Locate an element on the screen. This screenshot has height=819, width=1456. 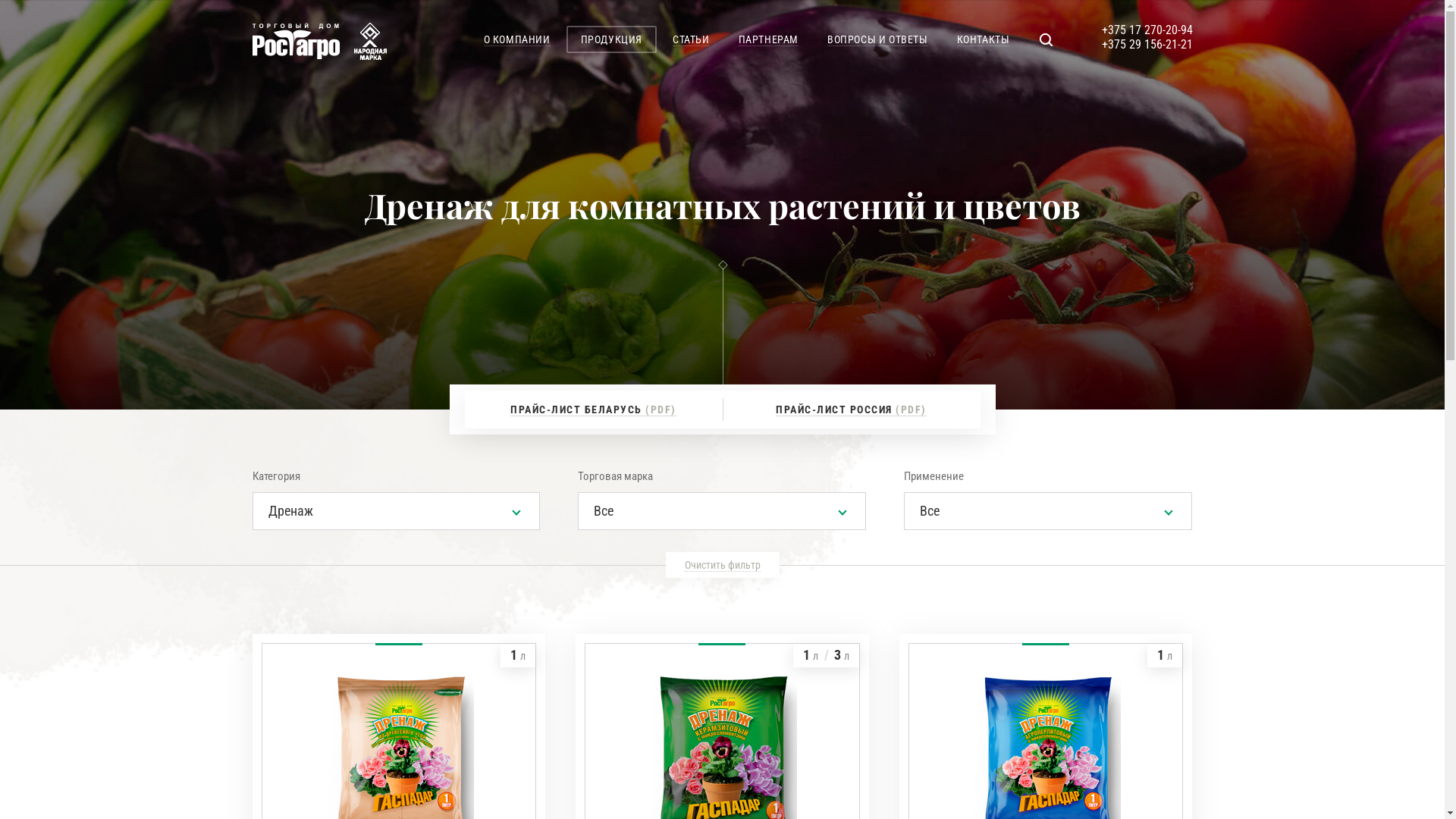
'+375 17 270-20-94' is located at coordinates (1147, 30).